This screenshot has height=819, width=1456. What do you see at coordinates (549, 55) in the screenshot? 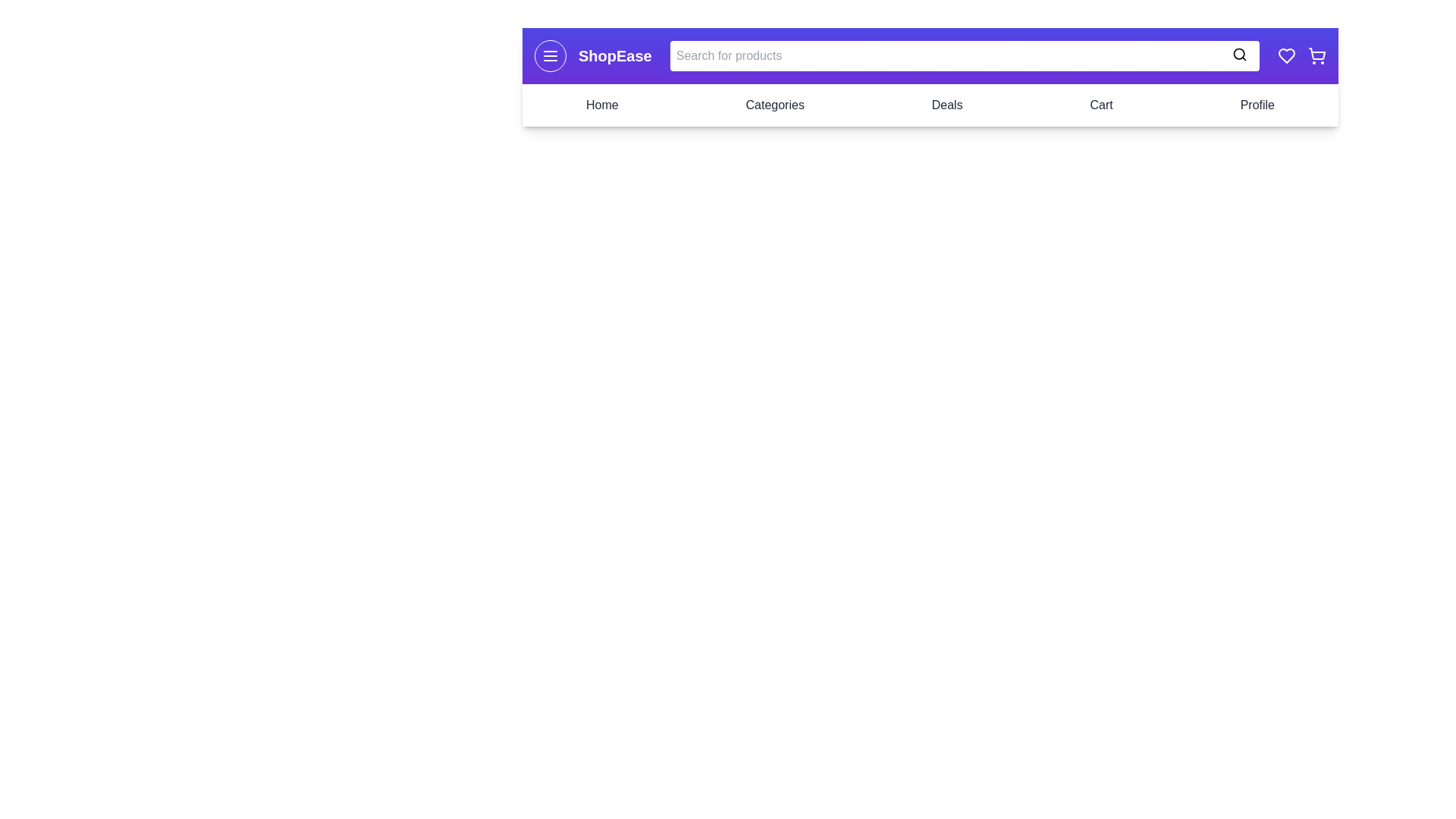
I see `the menu icon to toggle the navigation drawer` at bounding box center [549, 55].